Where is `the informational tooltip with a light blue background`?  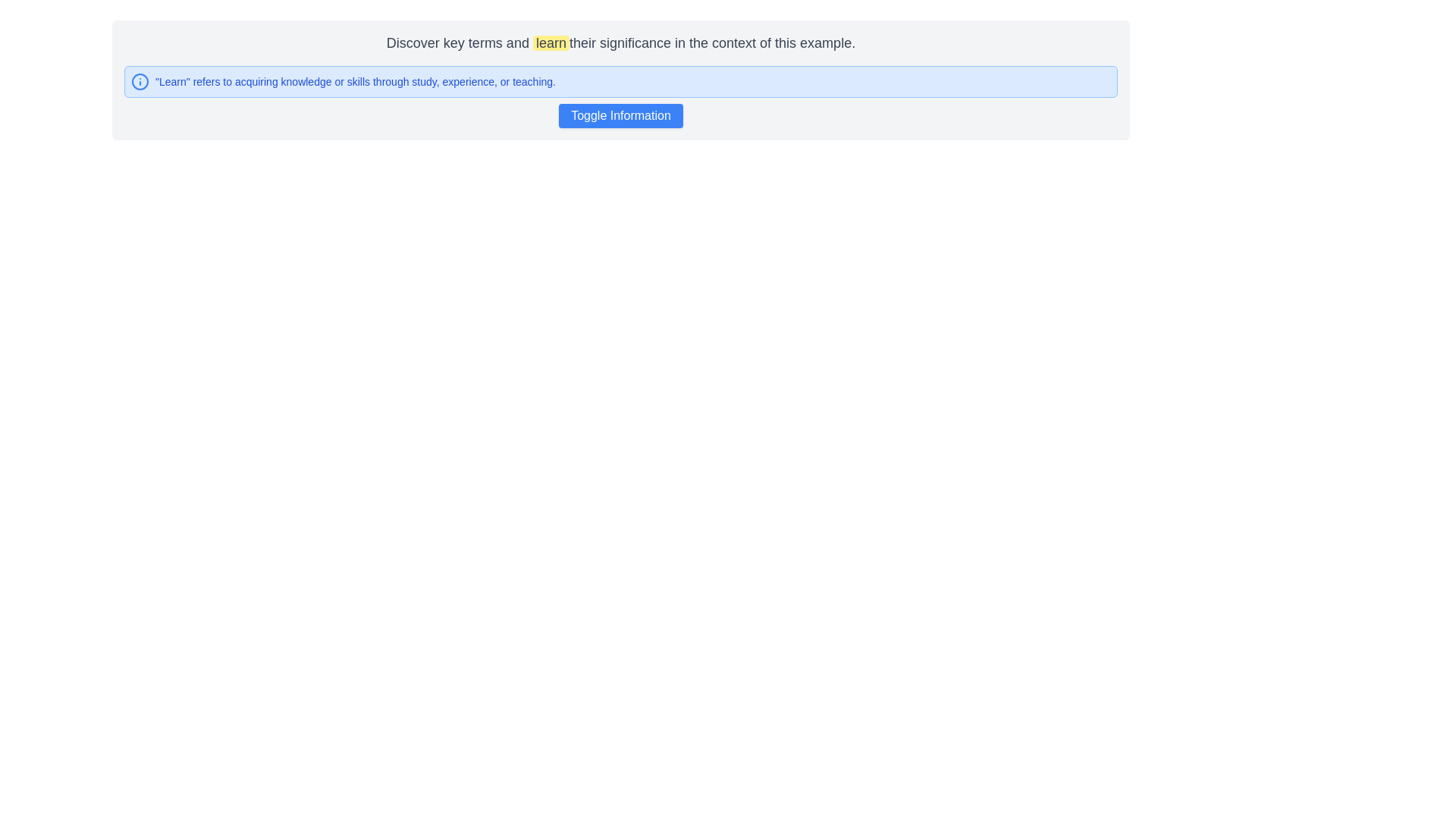
the informational tooltip with a light blue background is located at coordinates (621, 82).